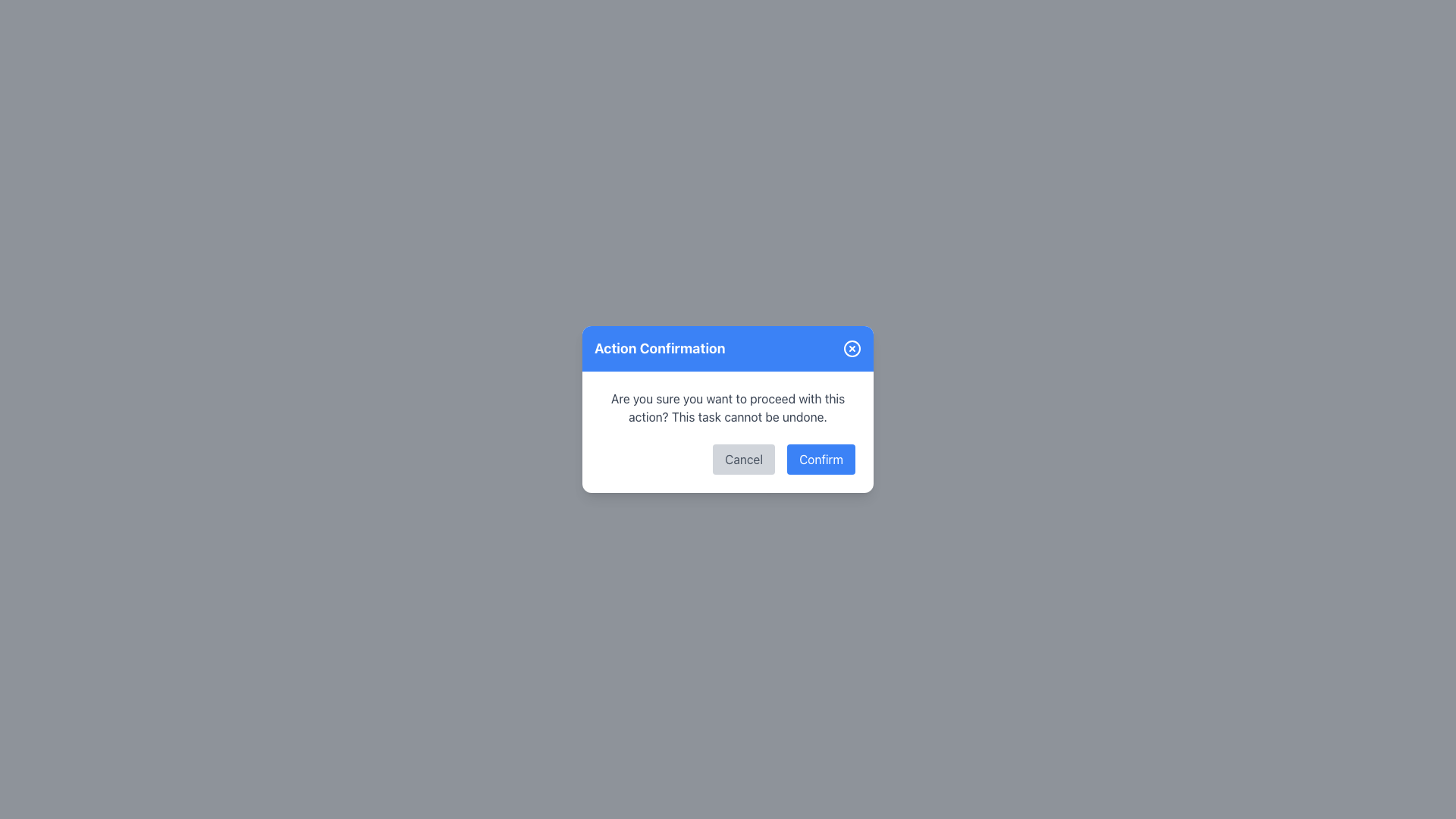 Image resolution: width=1456 pixels, height=819 pixels. Describe the element at coordinates (728, 348) in the screenshot. I see `the header bar of the modal dialog titled 'Action Confirmation'` at that location.